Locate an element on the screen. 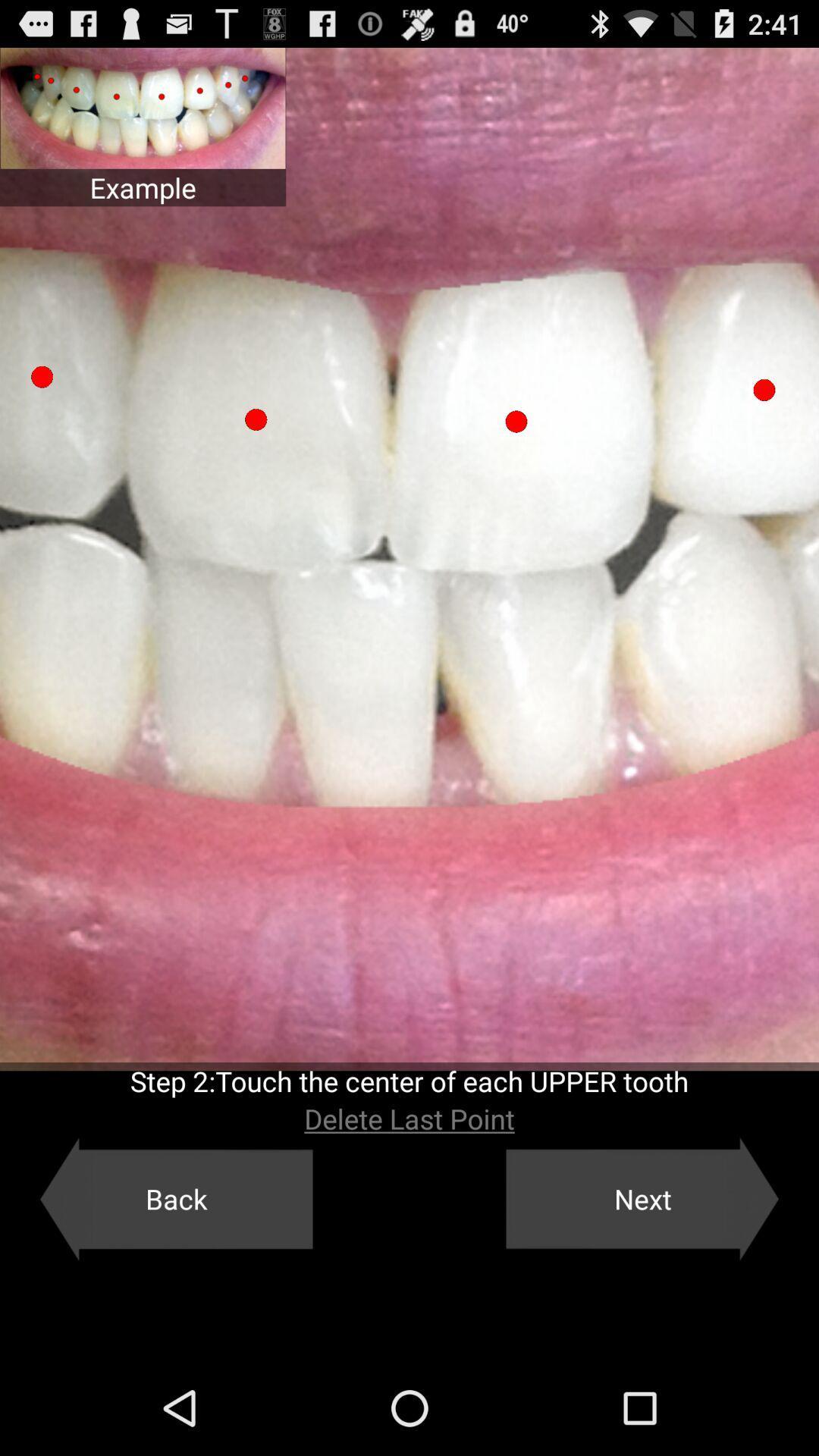  the delete last point app is located at coordinates (409, 1119).